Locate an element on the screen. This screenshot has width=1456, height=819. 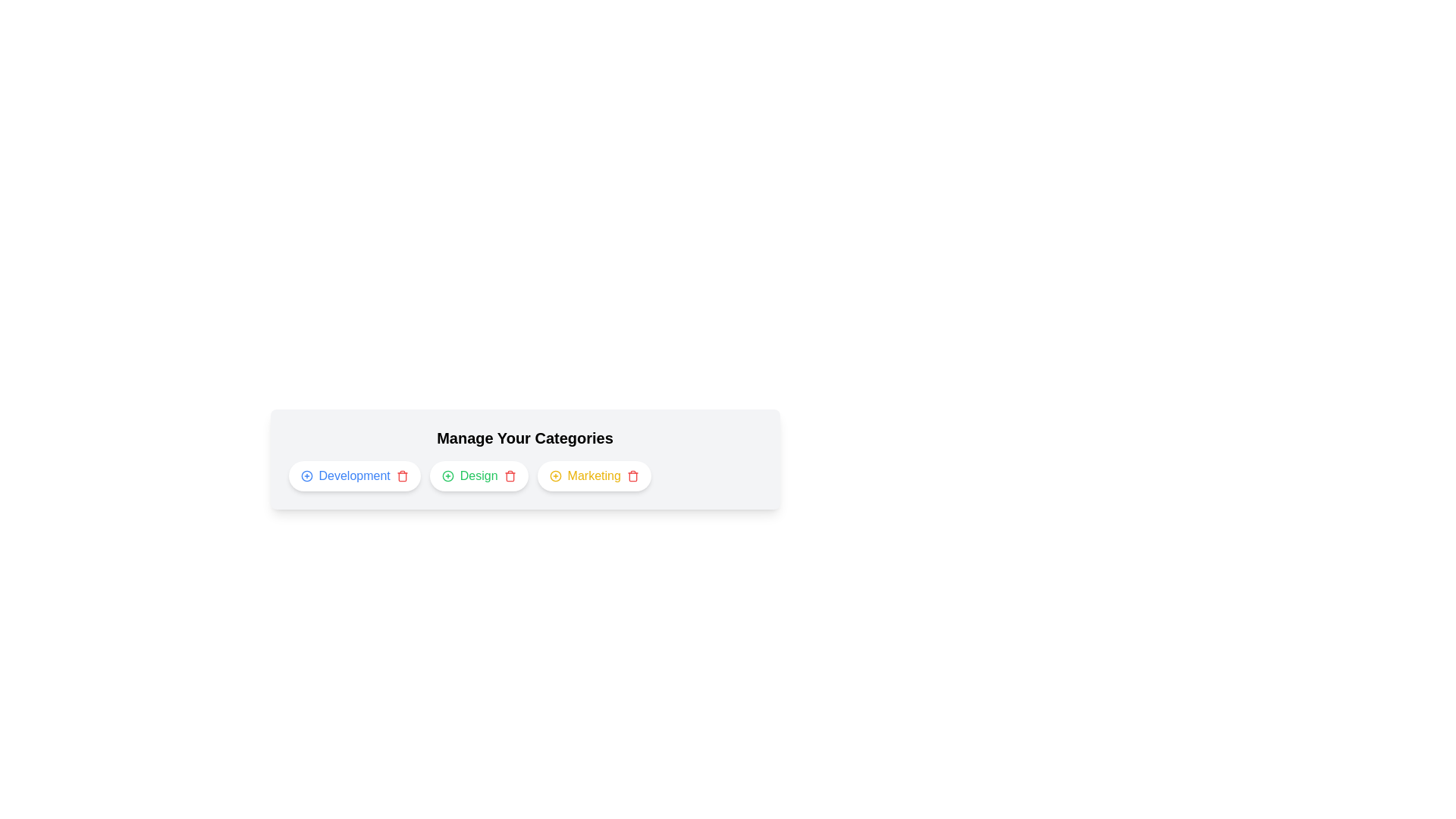
trash icon for the category Design to remove it is located at coordinates (510, 475).